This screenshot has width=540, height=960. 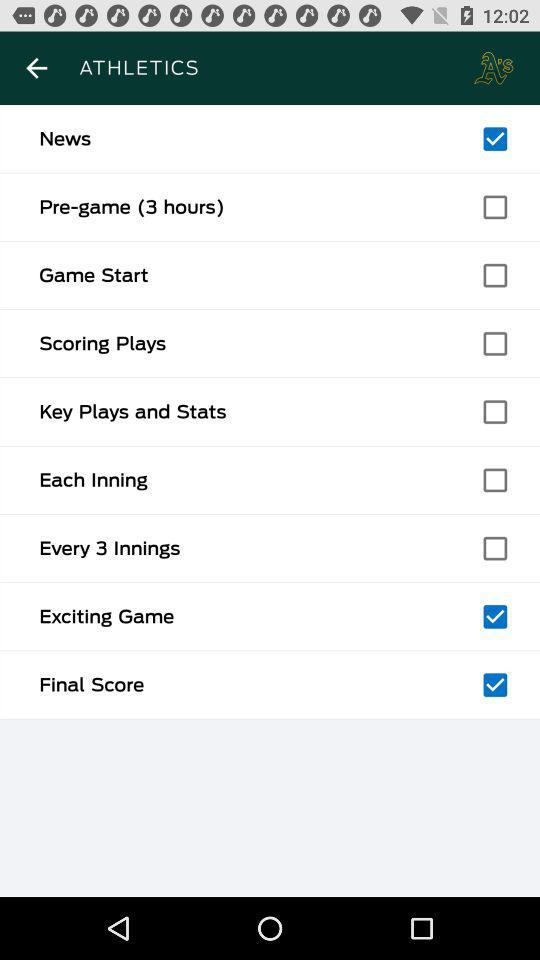 What do you see at coordinates (494, 615) in the screenshot?
I see `score exciting game` at bounding box center [494, 615].